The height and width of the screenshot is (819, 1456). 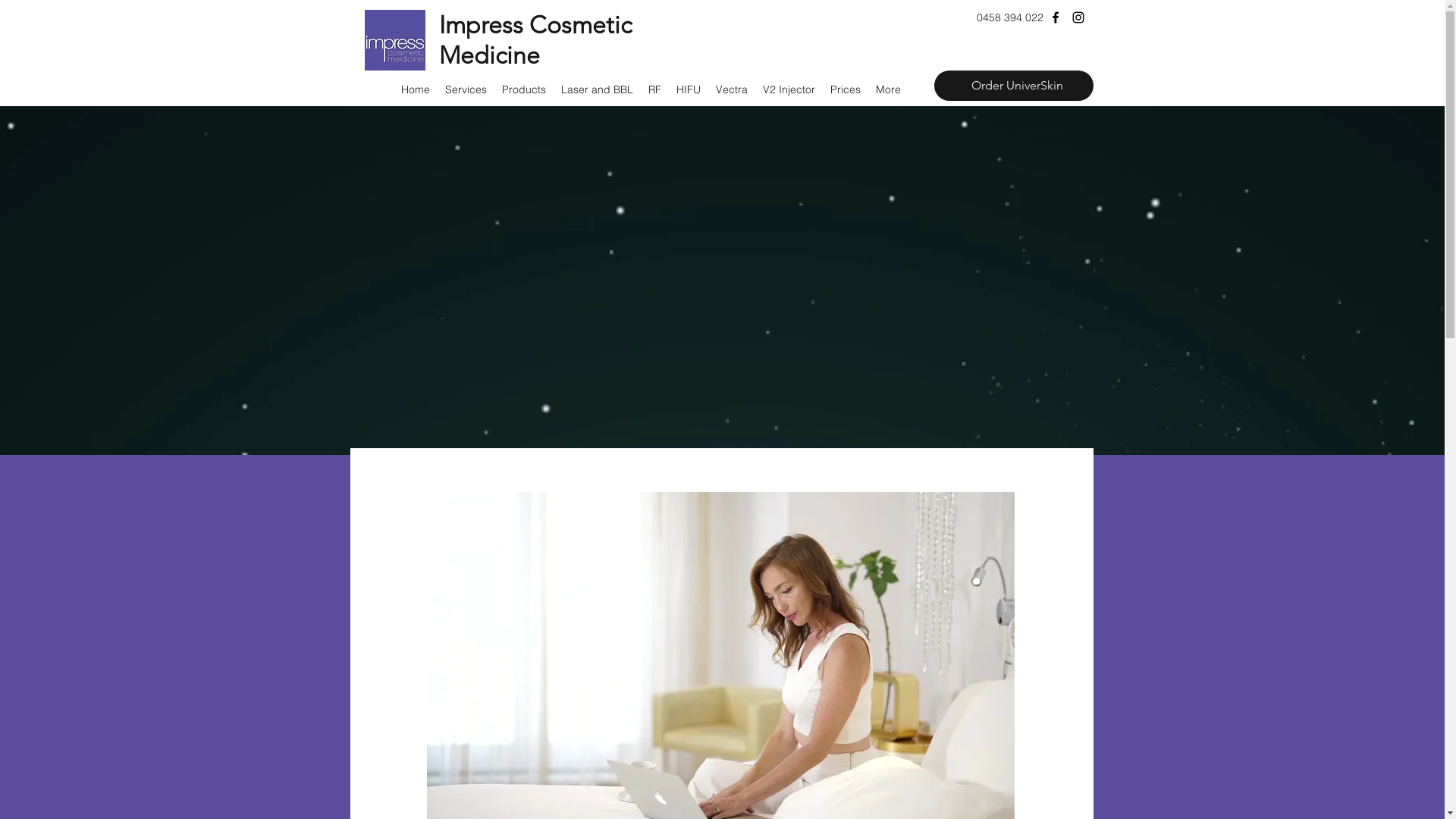 What do you see at coordinates (843, 89) in the screenshot?
I see `'Prices'` at bounding box center [843, 89].